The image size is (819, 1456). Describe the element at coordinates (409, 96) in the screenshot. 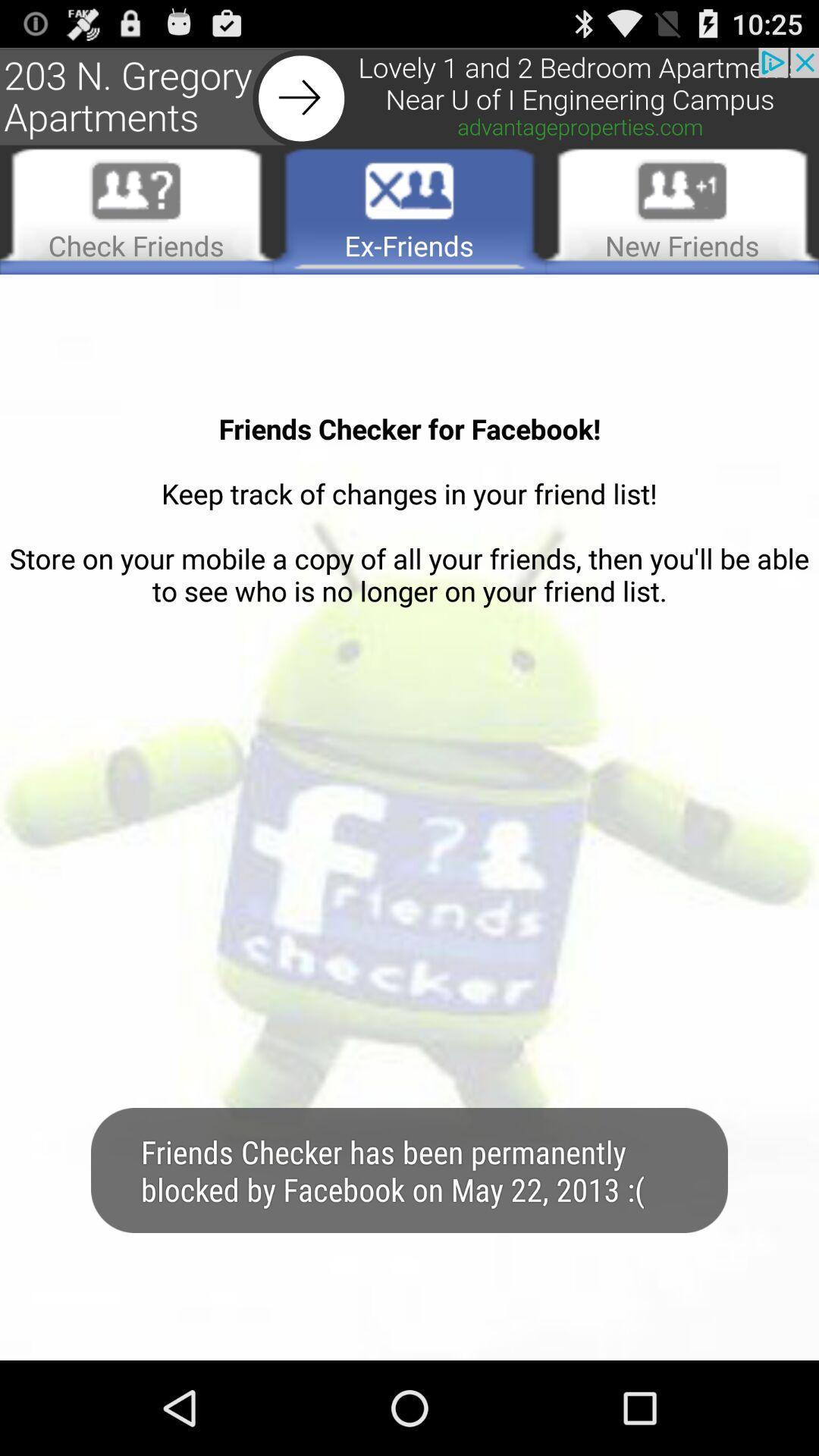

I see `advertisement link` at that location.